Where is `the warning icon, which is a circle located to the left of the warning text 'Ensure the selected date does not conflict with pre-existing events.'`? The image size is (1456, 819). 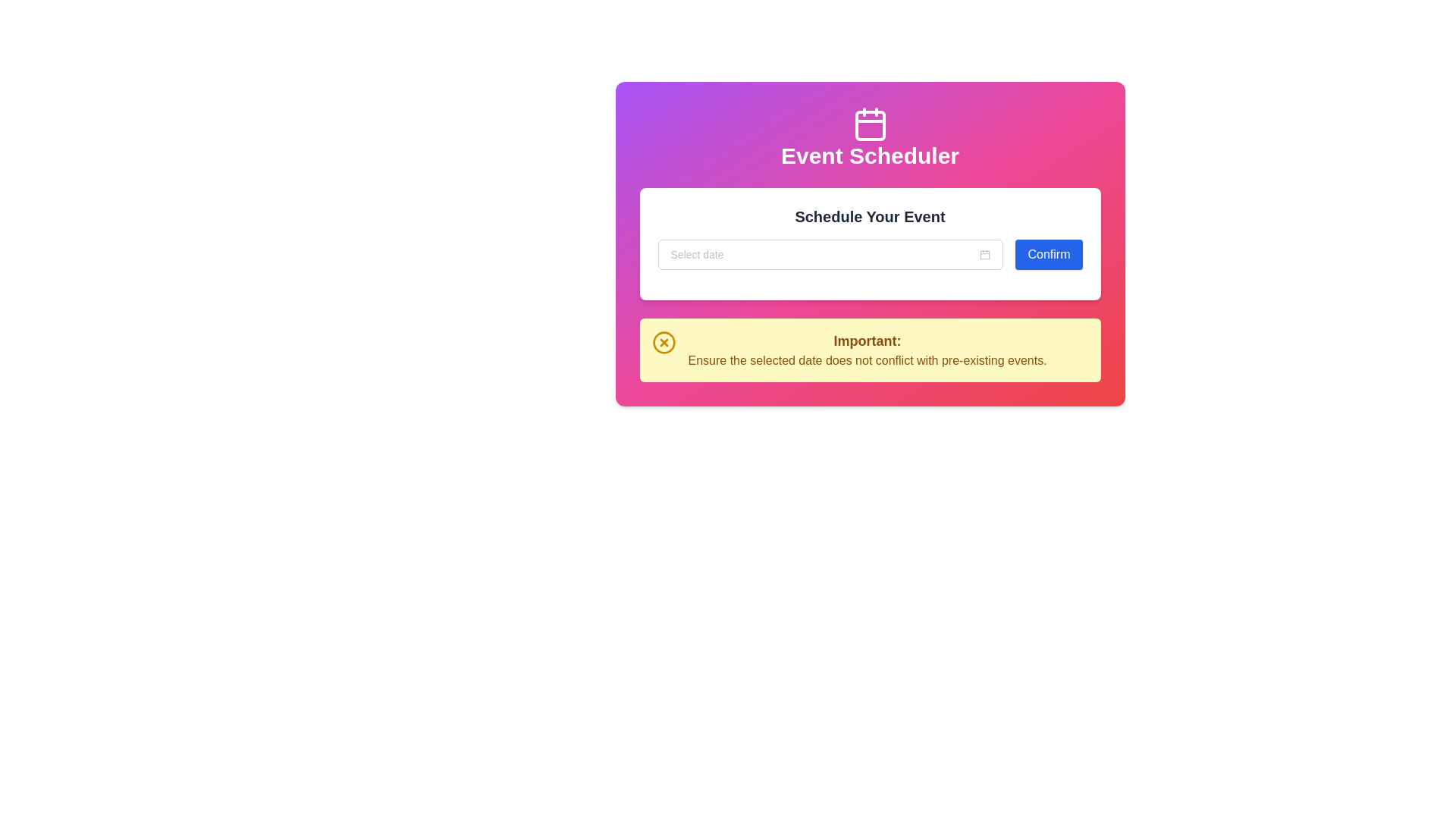
the warning icon, which is a circle located to the left of the warning text 'Ensure the selected date does not conflict with pre-existing events.' is located at coordinates (664, 342).